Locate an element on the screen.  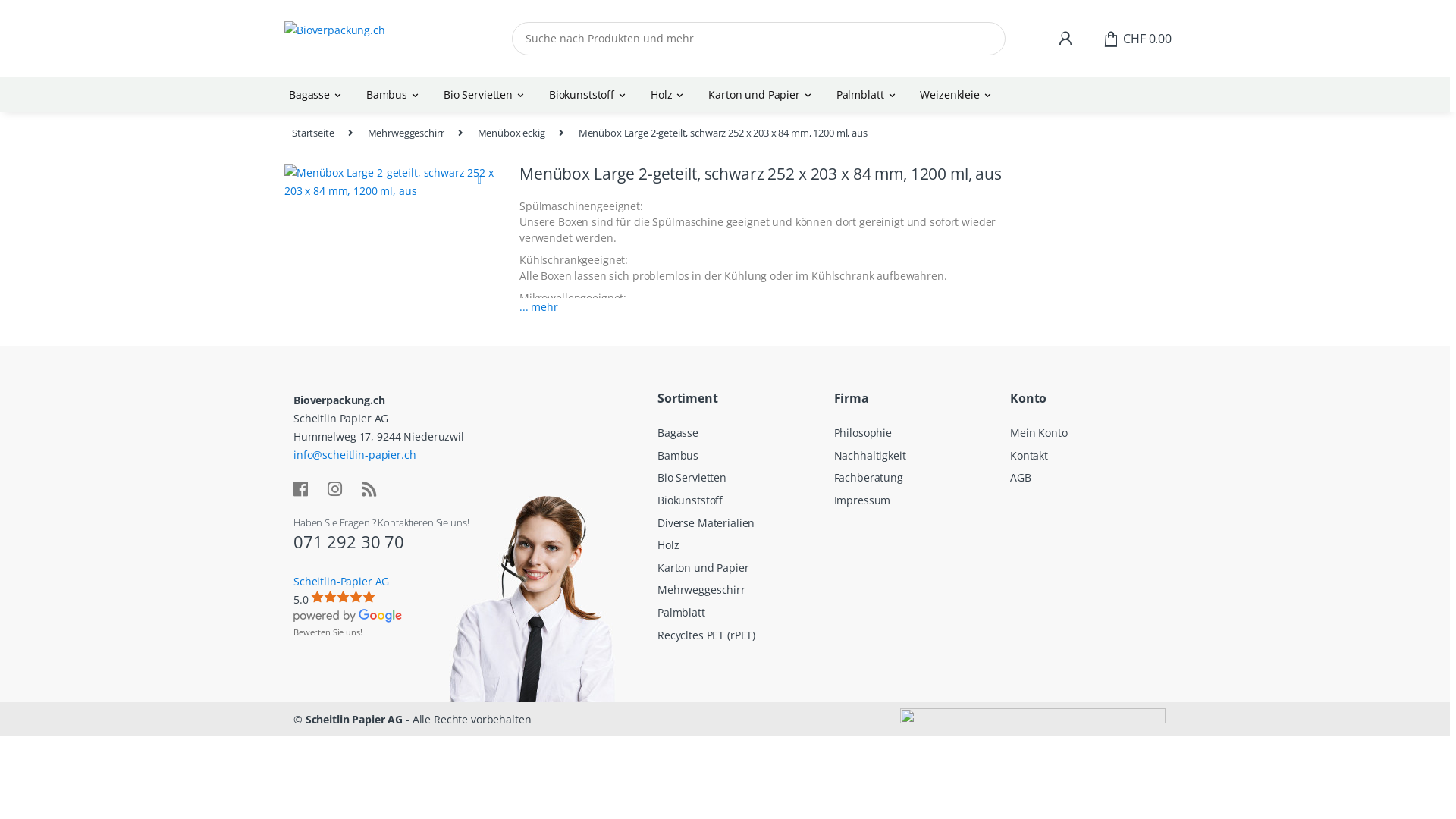
'Startseite' is located at coordinates (312, 133).